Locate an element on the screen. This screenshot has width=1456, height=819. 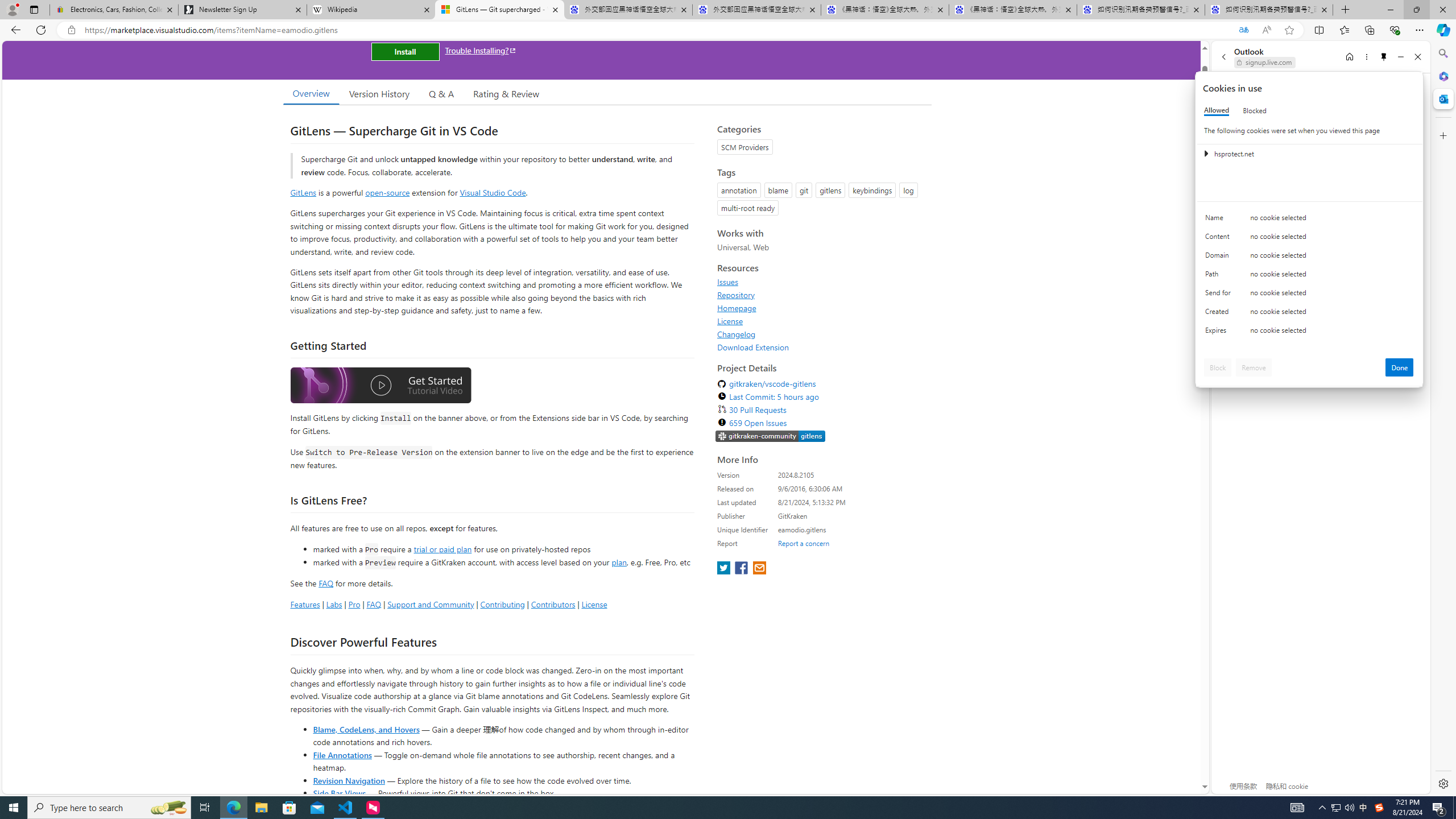
'Class: c0153 c0157 c0154' is located at coordinates (1309, 220).